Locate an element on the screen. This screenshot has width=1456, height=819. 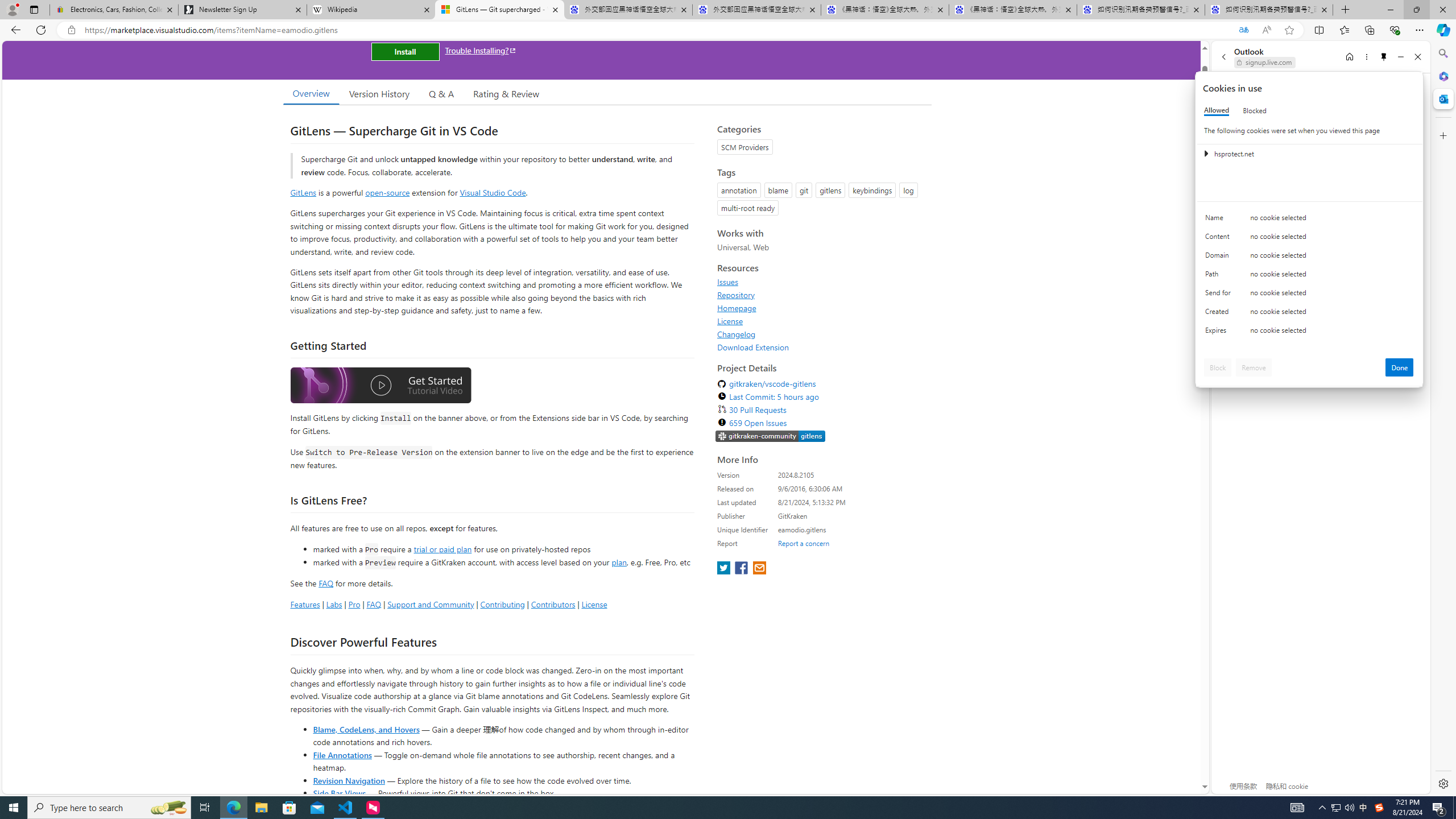
'Class: c0153 c0157 c0154' is located at coordinates (1309, 220).